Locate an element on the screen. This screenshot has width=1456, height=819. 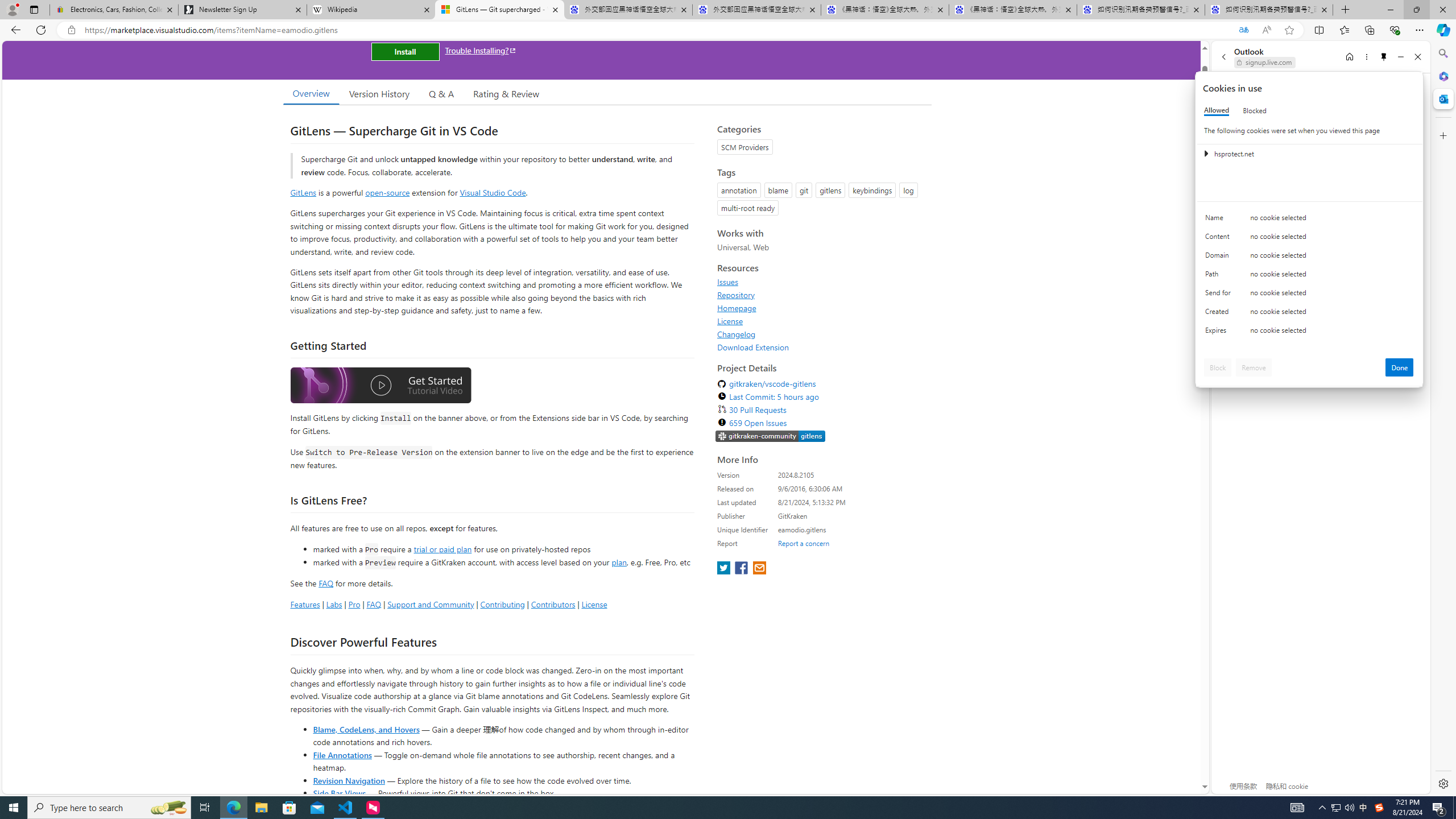
'Class: c0153 c0157 c0154' is located at coordinates (1309, 220).